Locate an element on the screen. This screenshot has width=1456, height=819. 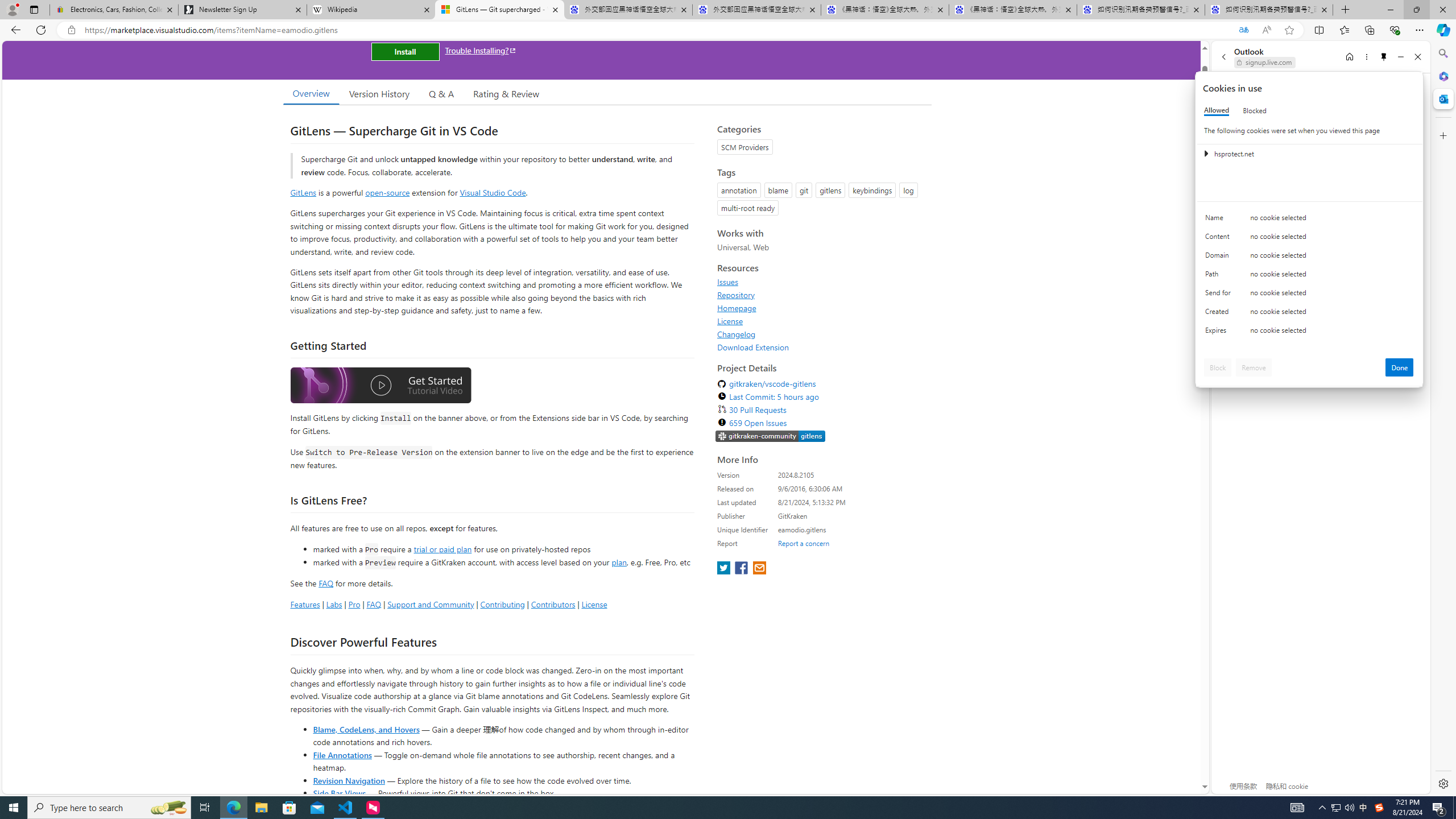
'Class: c0153 c0157 c0154' is located at coordinates (1309, 220).